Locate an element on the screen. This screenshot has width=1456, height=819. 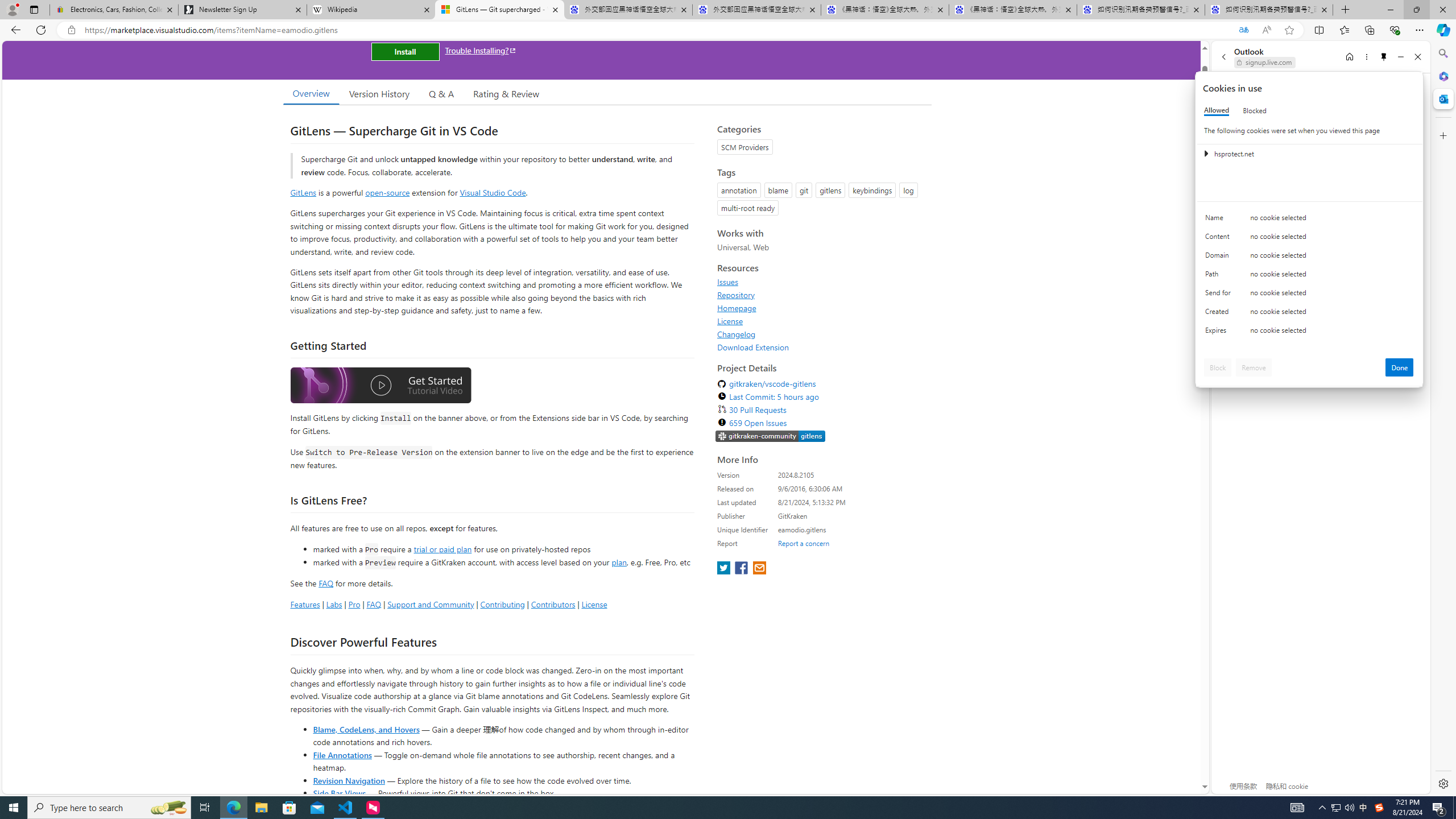
'Class: c0153 c0157 c0154' is located at coordinates (1309, 220).